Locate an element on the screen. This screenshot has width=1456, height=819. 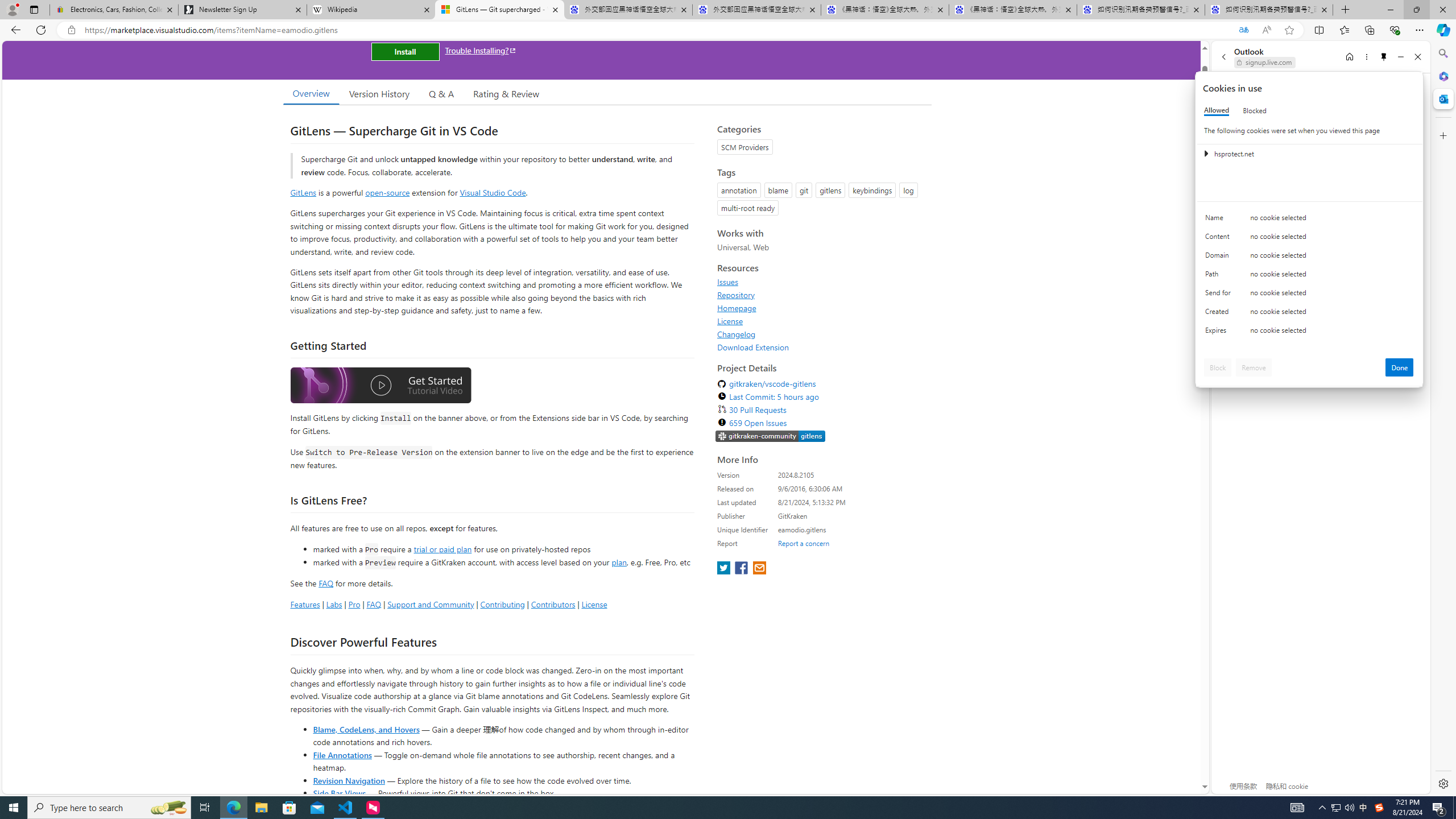
'Class: c0153 c0157 c0154' is located at coordinates (1309, 220).